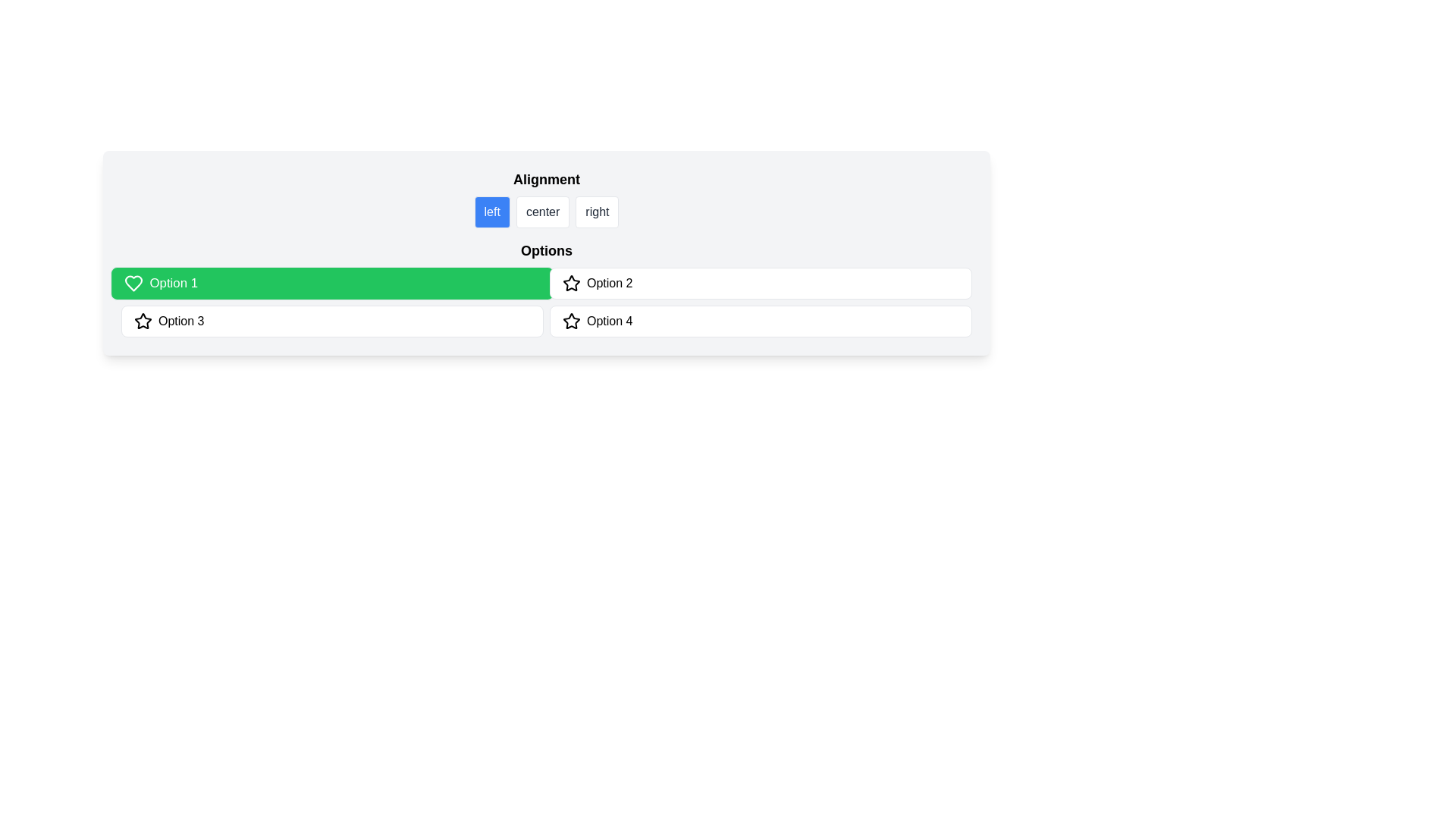  What do you see at coordinates (543, 212) in the screenshot?
I see `the 'center' alignment button located between the 'left' (blue background) and 'right' (white background) buttons` at bounding box center [543, 212].